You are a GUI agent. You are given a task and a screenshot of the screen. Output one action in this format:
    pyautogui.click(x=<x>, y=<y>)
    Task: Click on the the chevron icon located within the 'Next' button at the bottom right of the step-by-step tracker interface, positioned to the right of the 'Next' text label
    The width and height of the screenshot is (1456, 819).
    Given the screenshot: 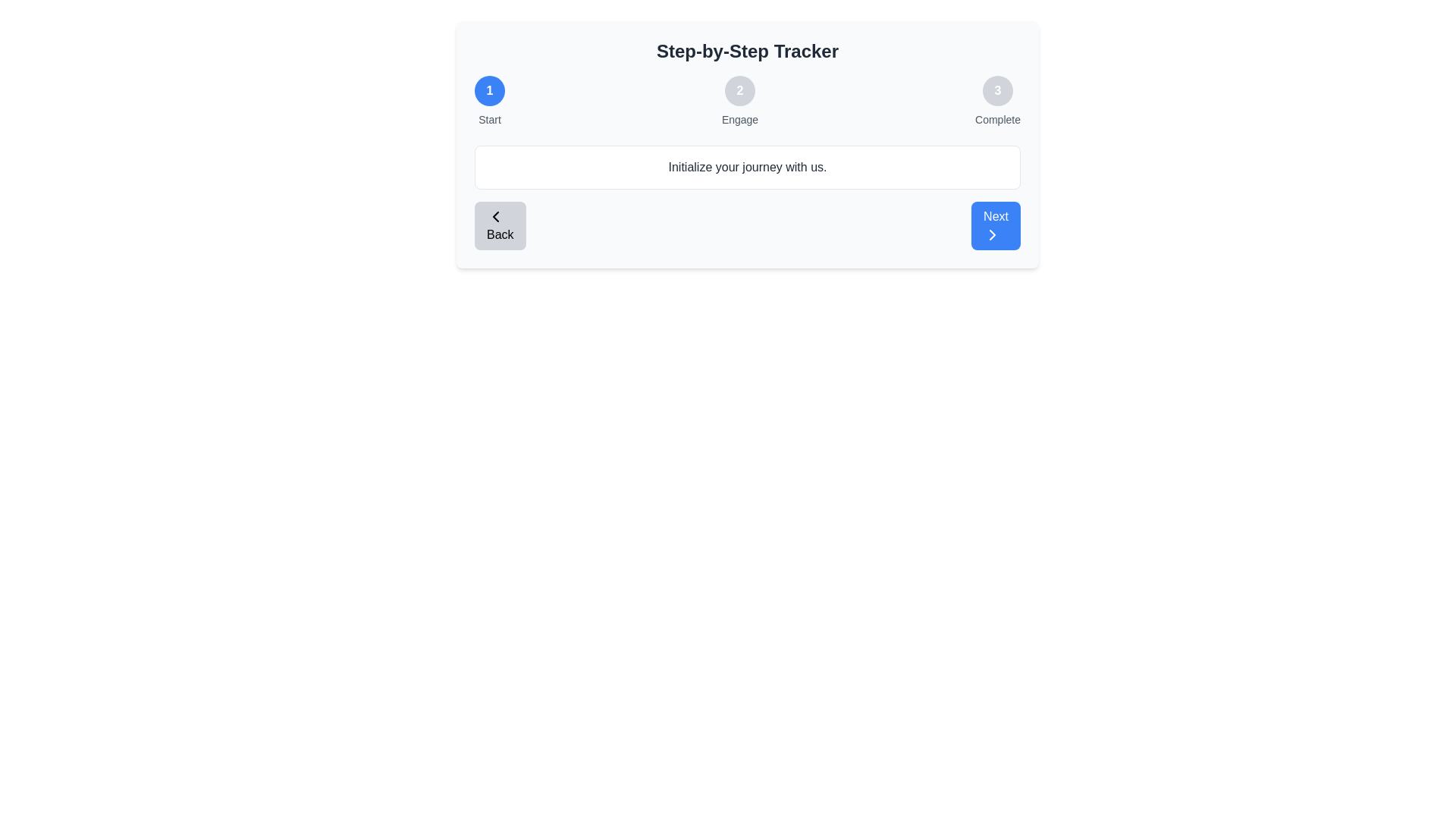 What is the action you would take?
    pyautogui.click(x=993, y=234)
    